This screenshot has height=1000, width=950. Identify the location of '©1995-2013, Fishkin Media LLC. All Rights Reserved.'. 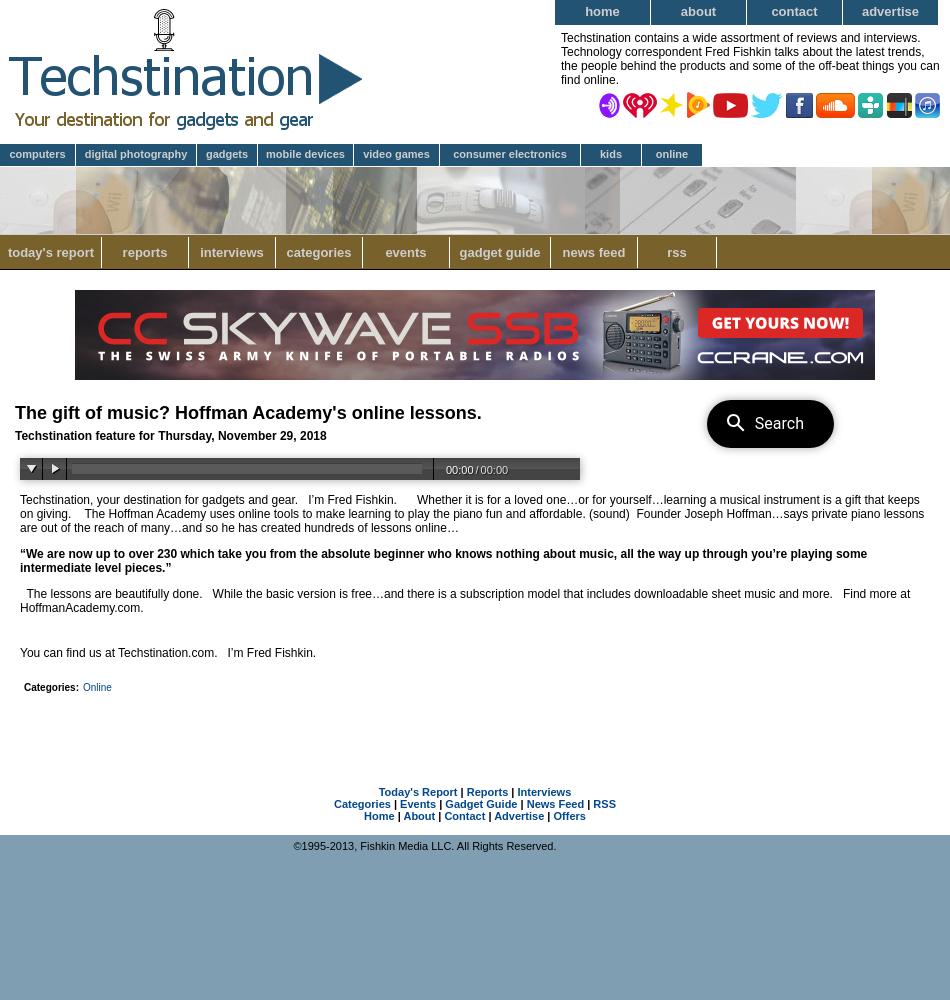
(423, 845).